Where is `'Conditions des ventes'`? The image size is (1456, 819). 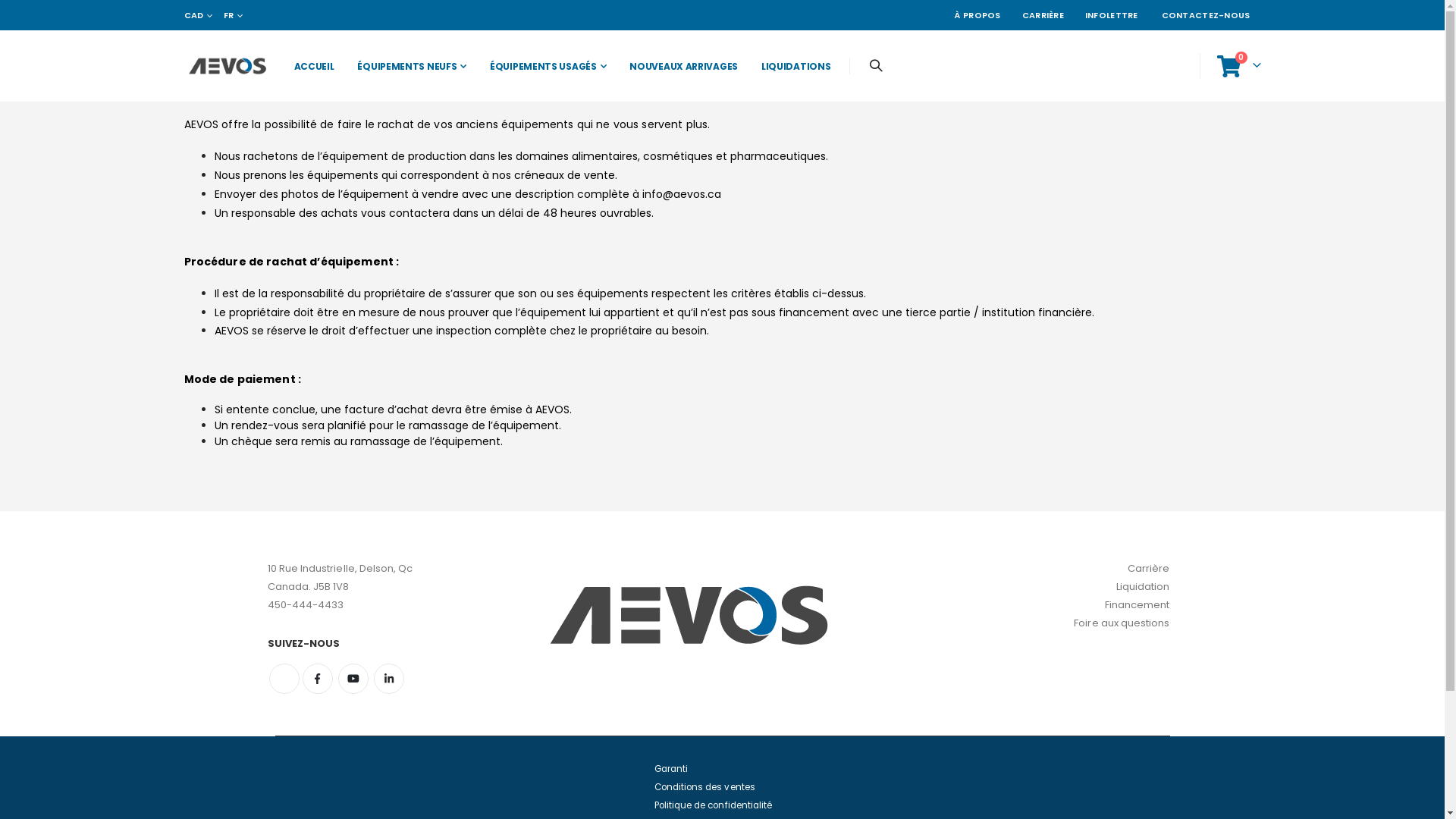
'Conditions des ventes' is located at coordinates (703, 786).